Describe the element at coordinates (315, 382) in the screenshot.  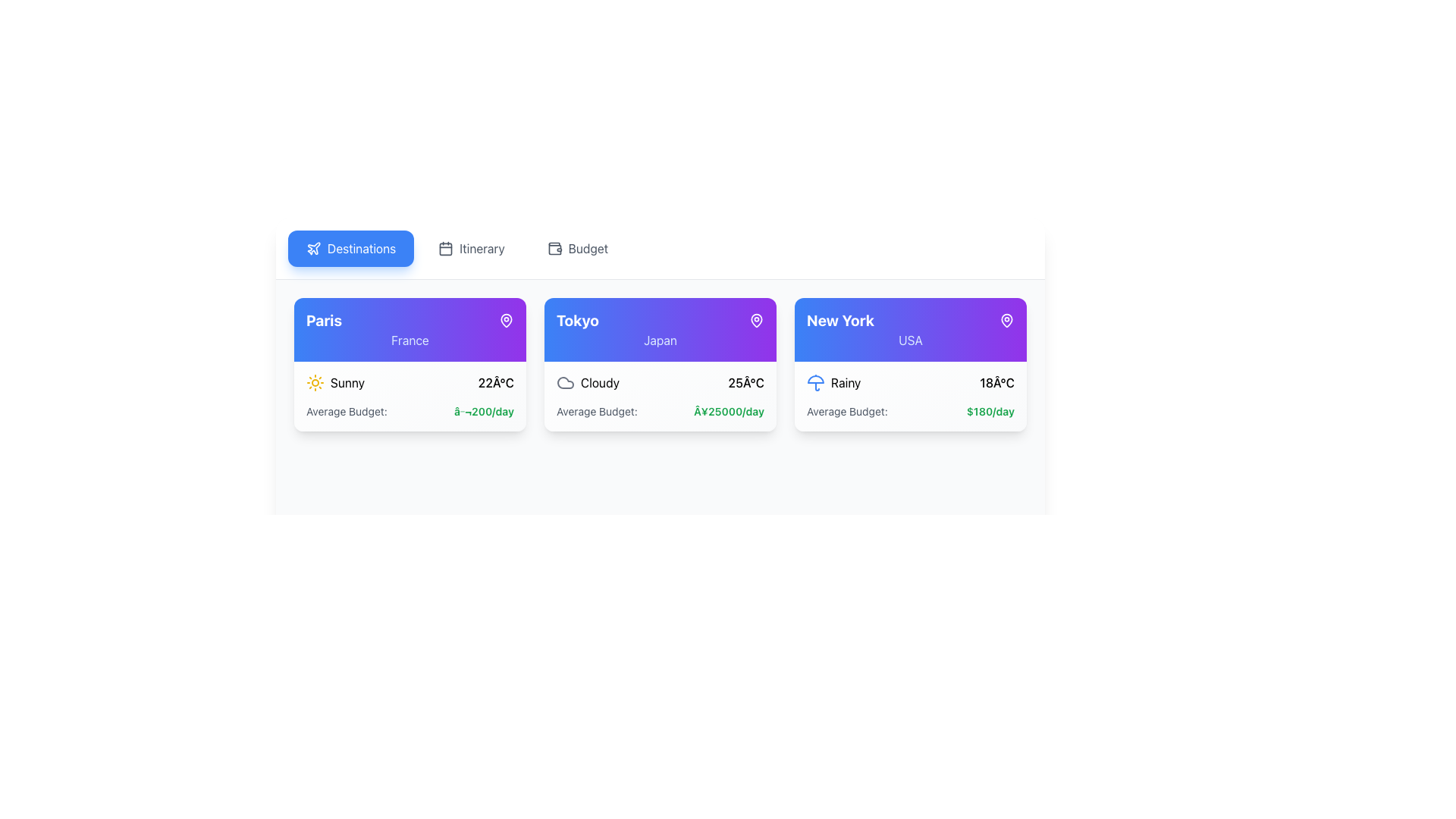
I see `the 'Sunny' weather icon located in the weather information section of the card for 'Paris, France', positioned` at that location.